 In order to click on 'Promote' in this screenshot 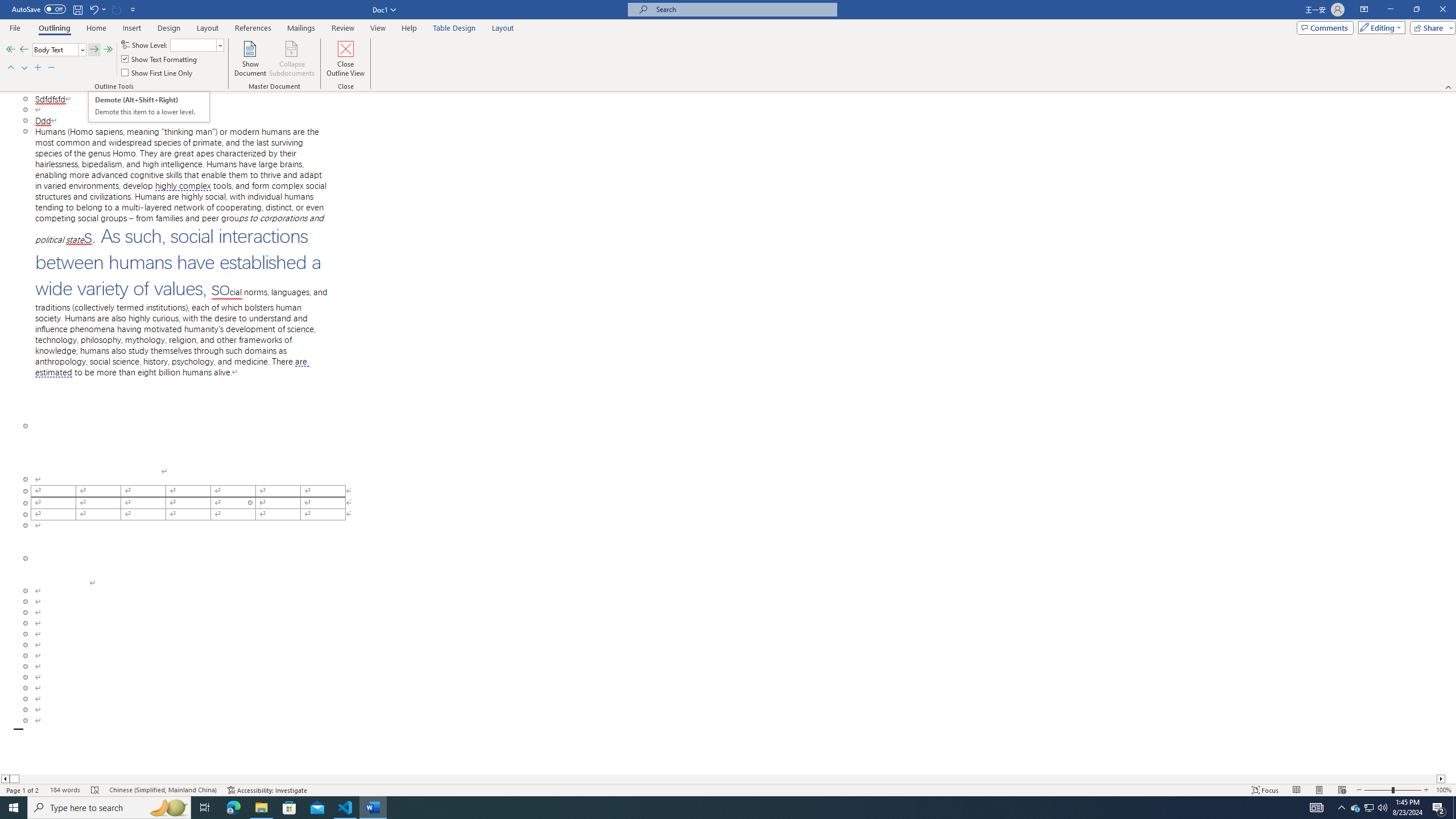, I will do `click(23, 49)`.